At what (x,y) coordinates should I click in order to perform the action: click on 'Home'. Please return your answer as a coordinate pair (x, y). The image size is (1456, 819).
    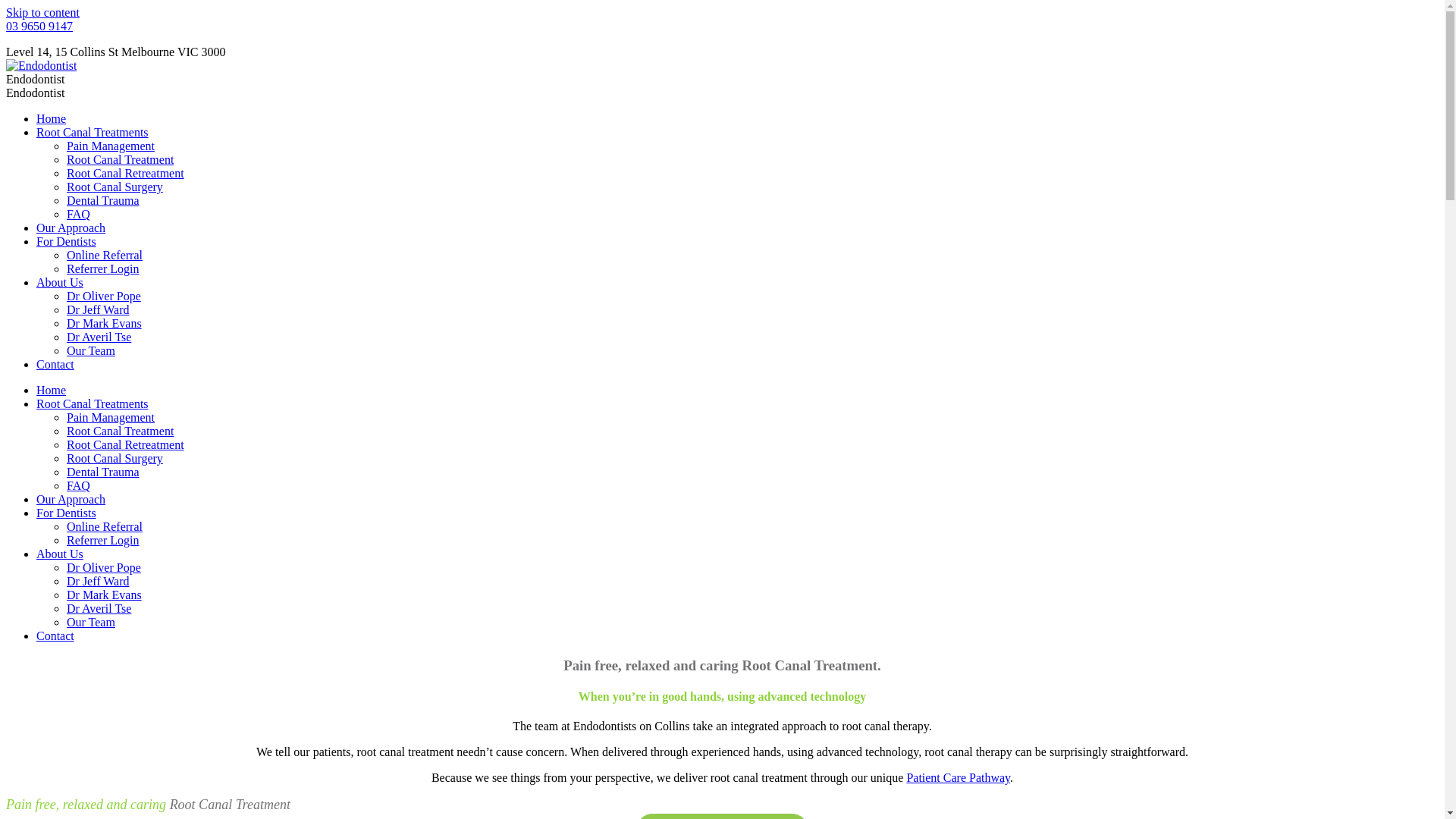
    Looking at the image, I should click on (51, 389).